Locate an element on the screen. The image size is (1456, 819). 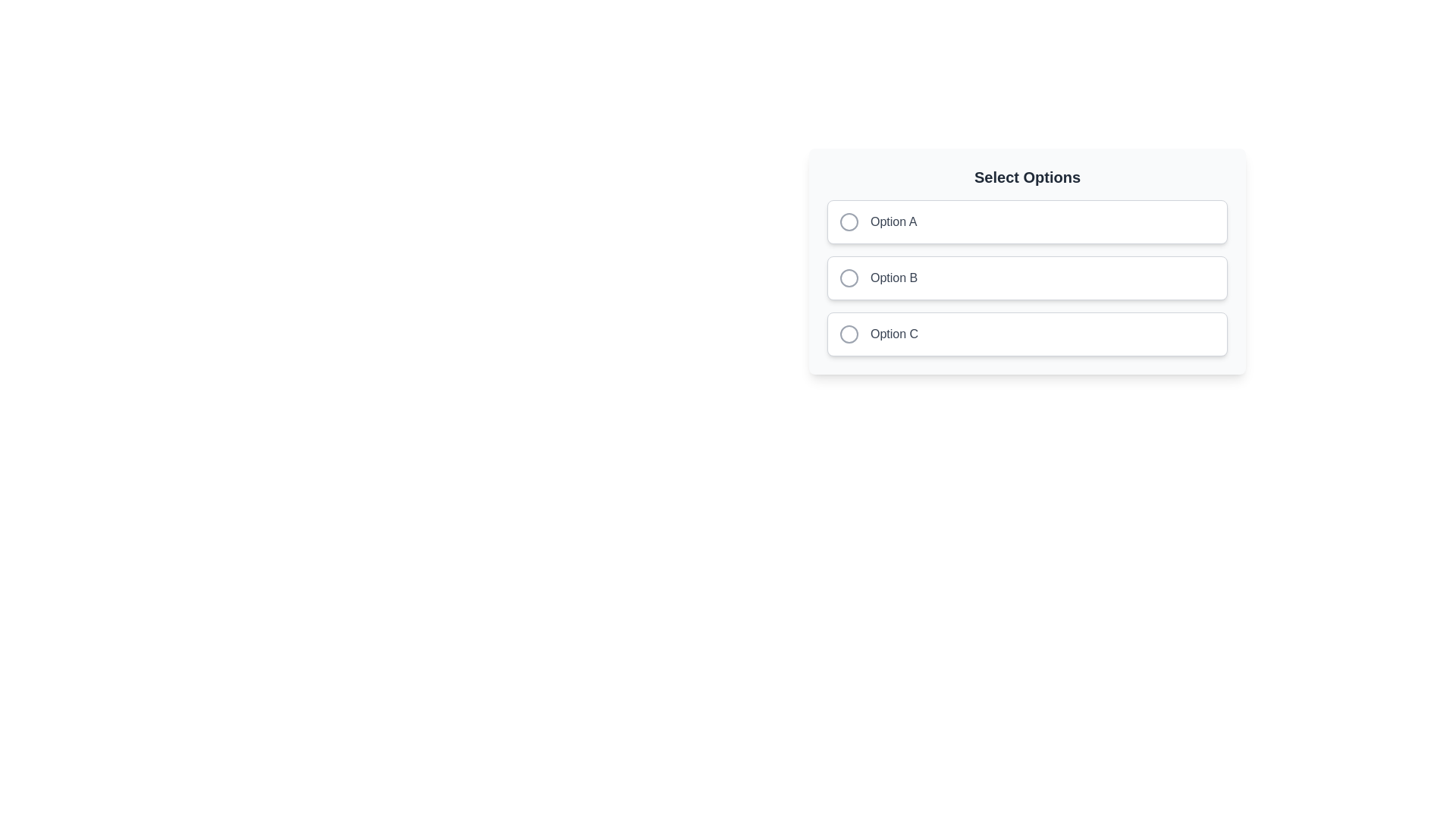
the text label displaying 'Option C', which is positioned in the third option row beneath 'Option B' and aligned to the right of a circular indicator is located at coordinates (894, 333).